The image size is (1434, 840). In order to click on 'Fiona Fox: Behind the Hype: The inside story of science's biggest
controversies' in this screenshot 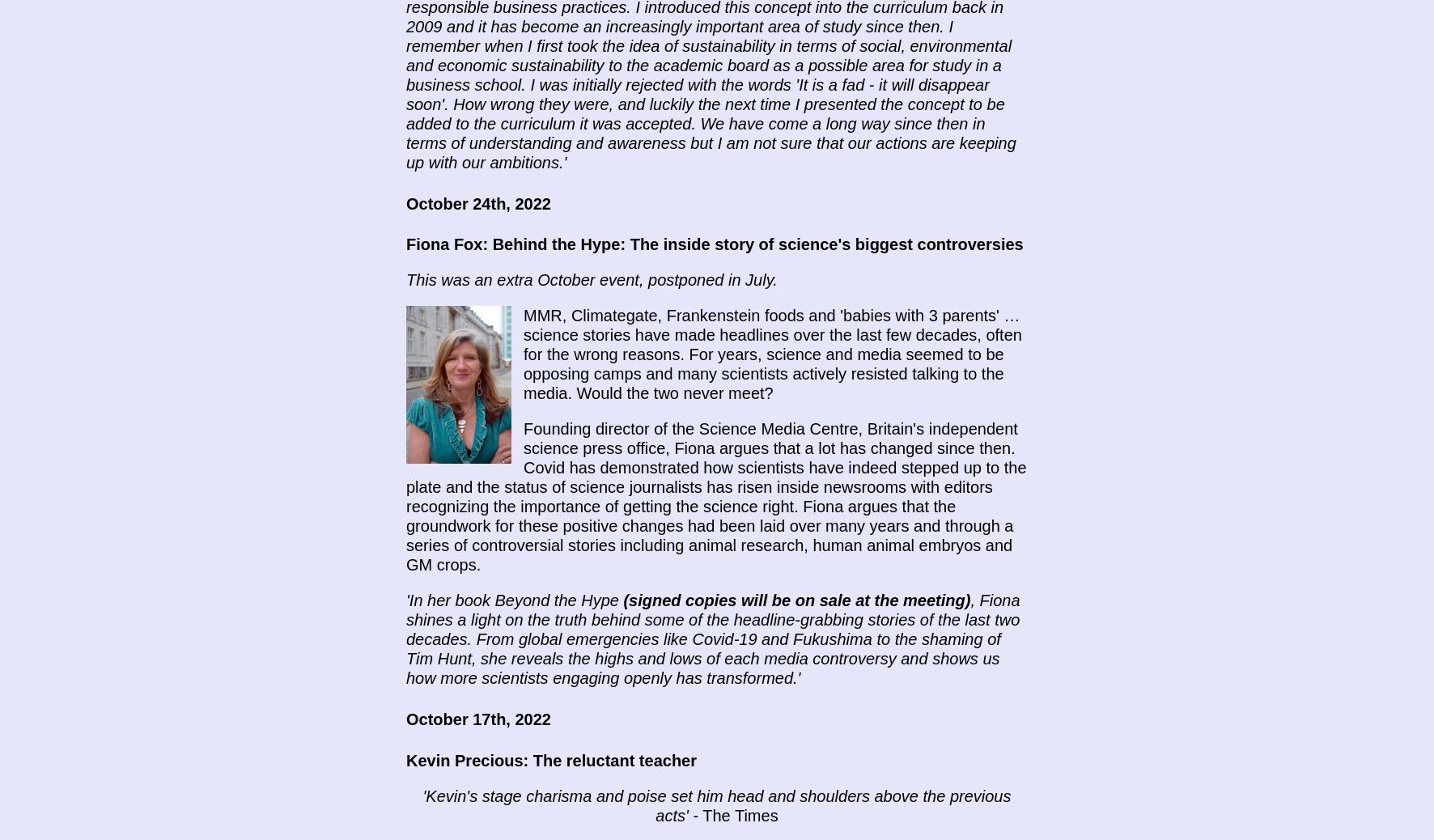, I will do `click(714, 244)`.